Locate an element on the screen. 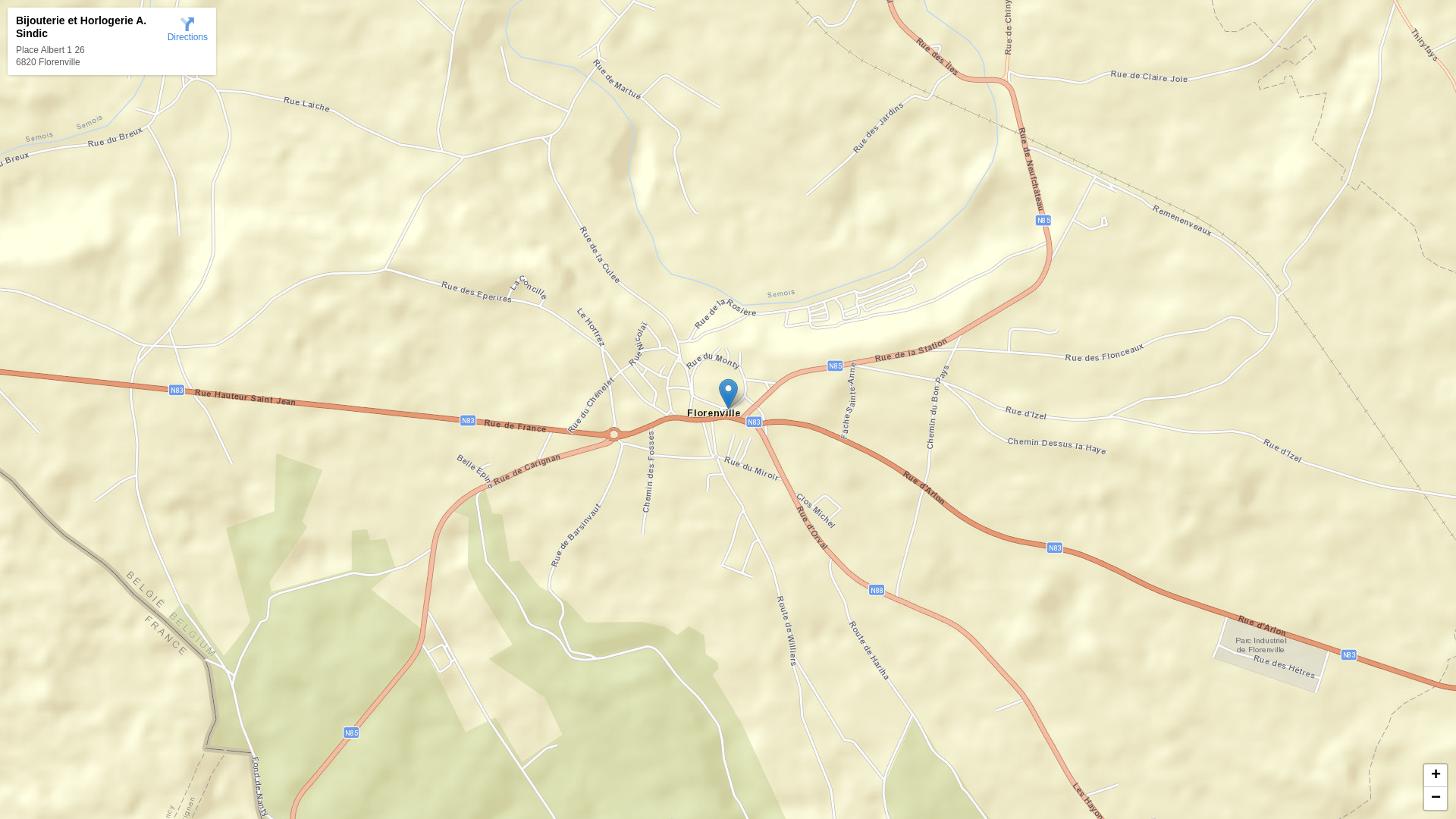 This screenshot has height=819, width=1456. '+' is located at coordinates (1434, 775).